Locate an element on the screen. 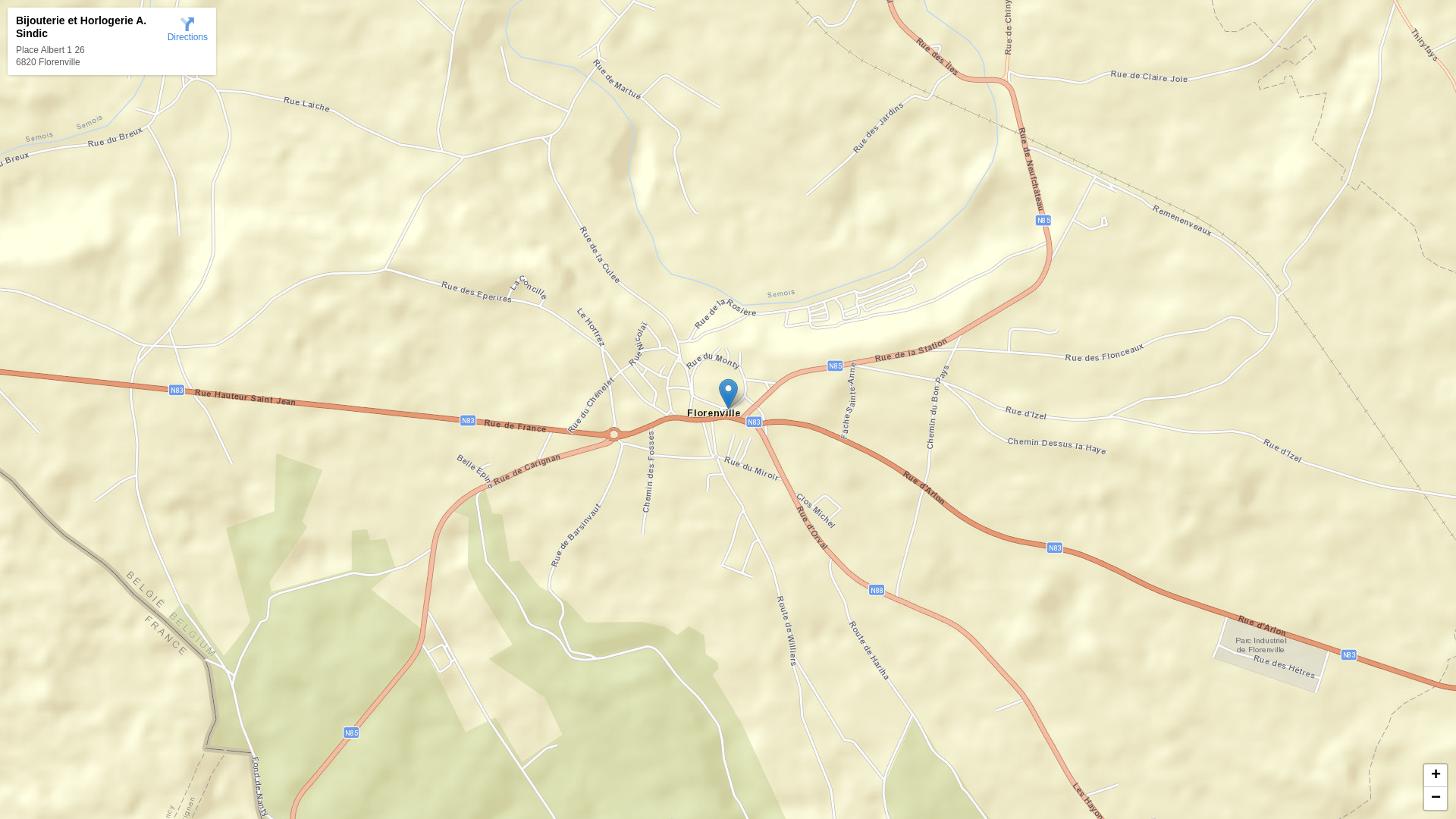 This screenshot has height=819, width=1456. '+' is located at coordinates (1434, 775).